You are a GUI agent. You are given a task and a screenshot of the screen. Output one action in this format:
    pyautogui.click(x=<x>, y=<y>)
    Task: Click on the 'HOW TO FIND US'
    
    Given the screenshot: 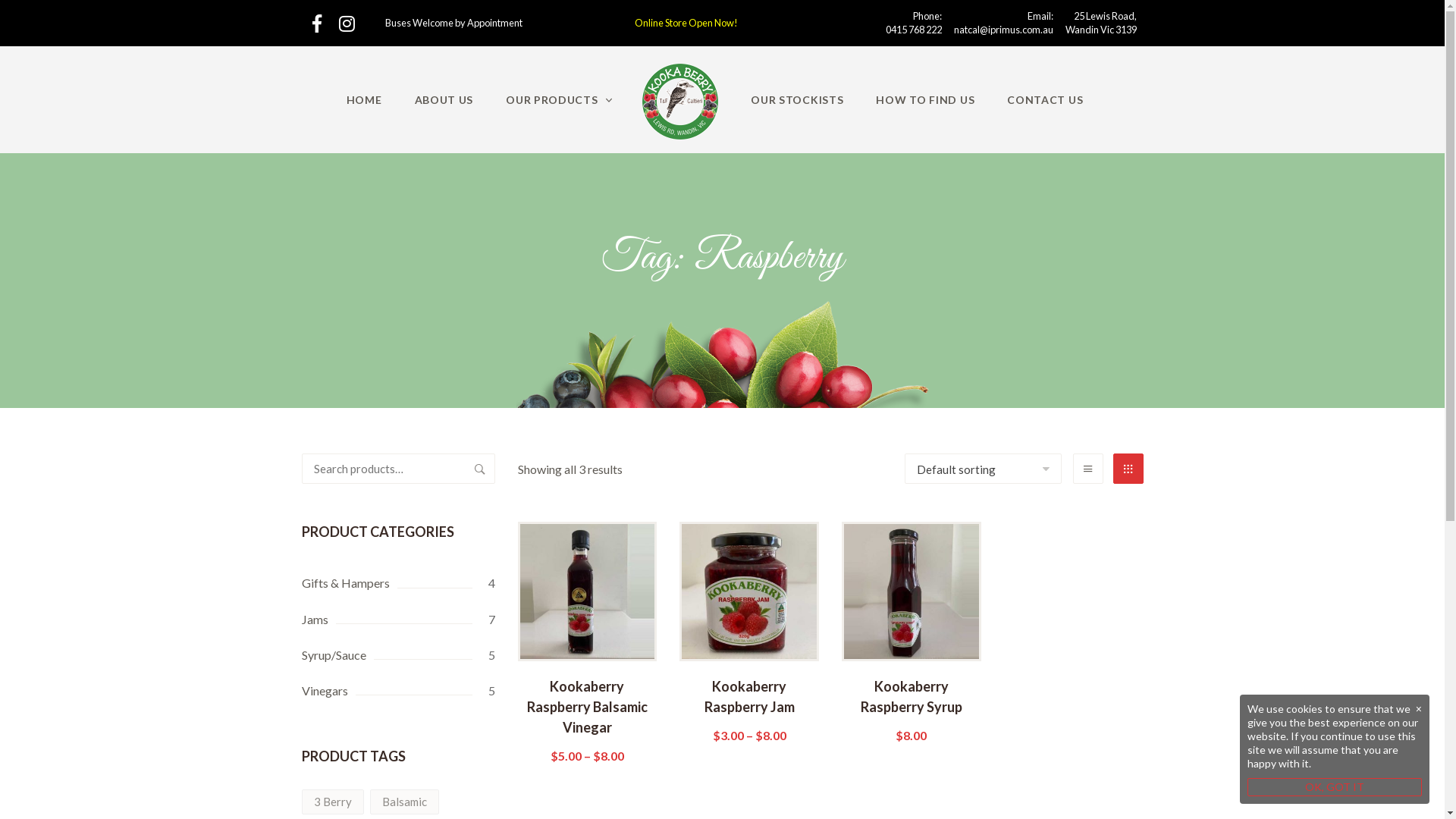 What is the action you would take?
    pyautogui.click(x=924, y=99)
    